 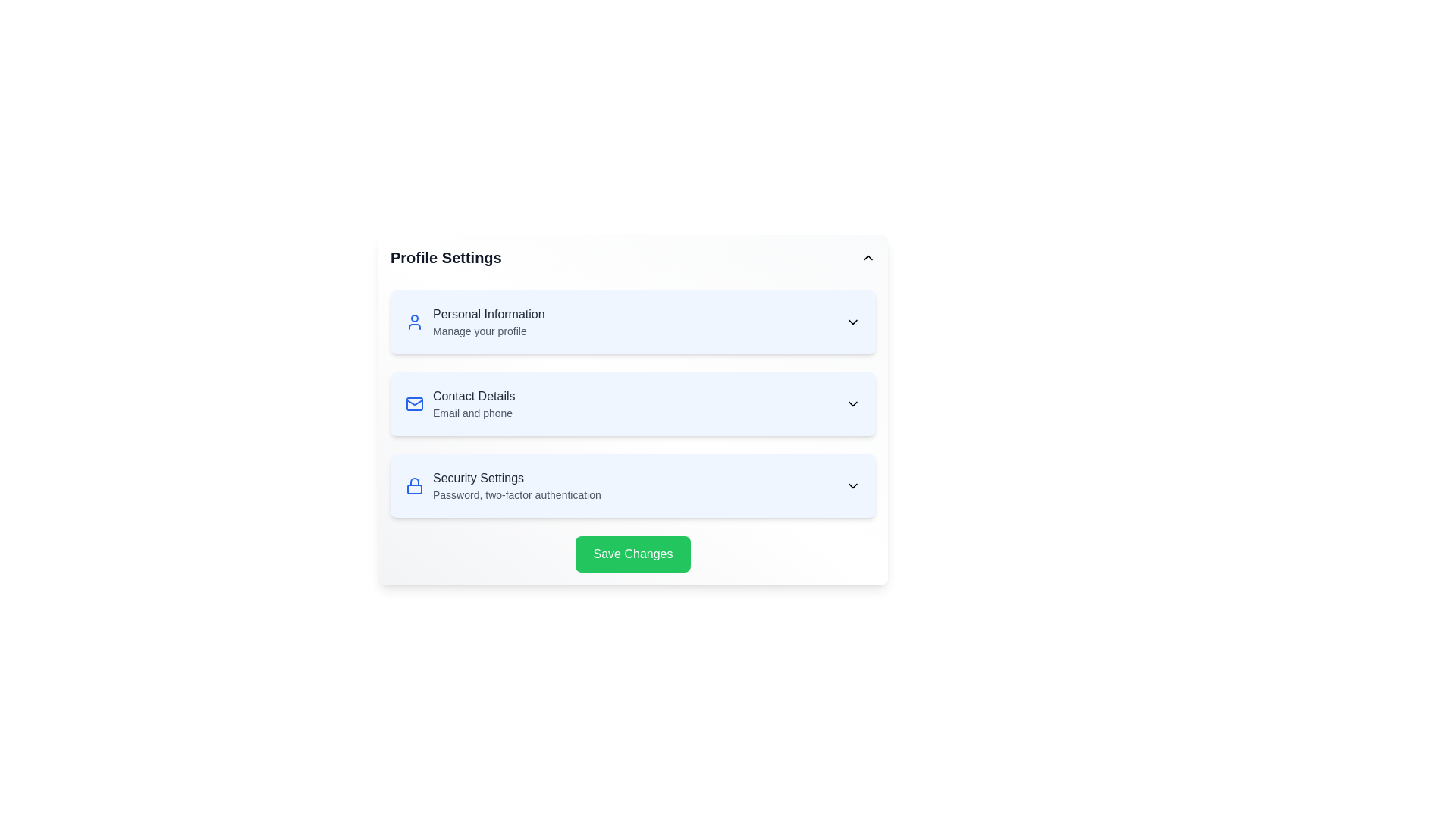 I want to click on the chevron-down icon, so click(x=852, y=485).